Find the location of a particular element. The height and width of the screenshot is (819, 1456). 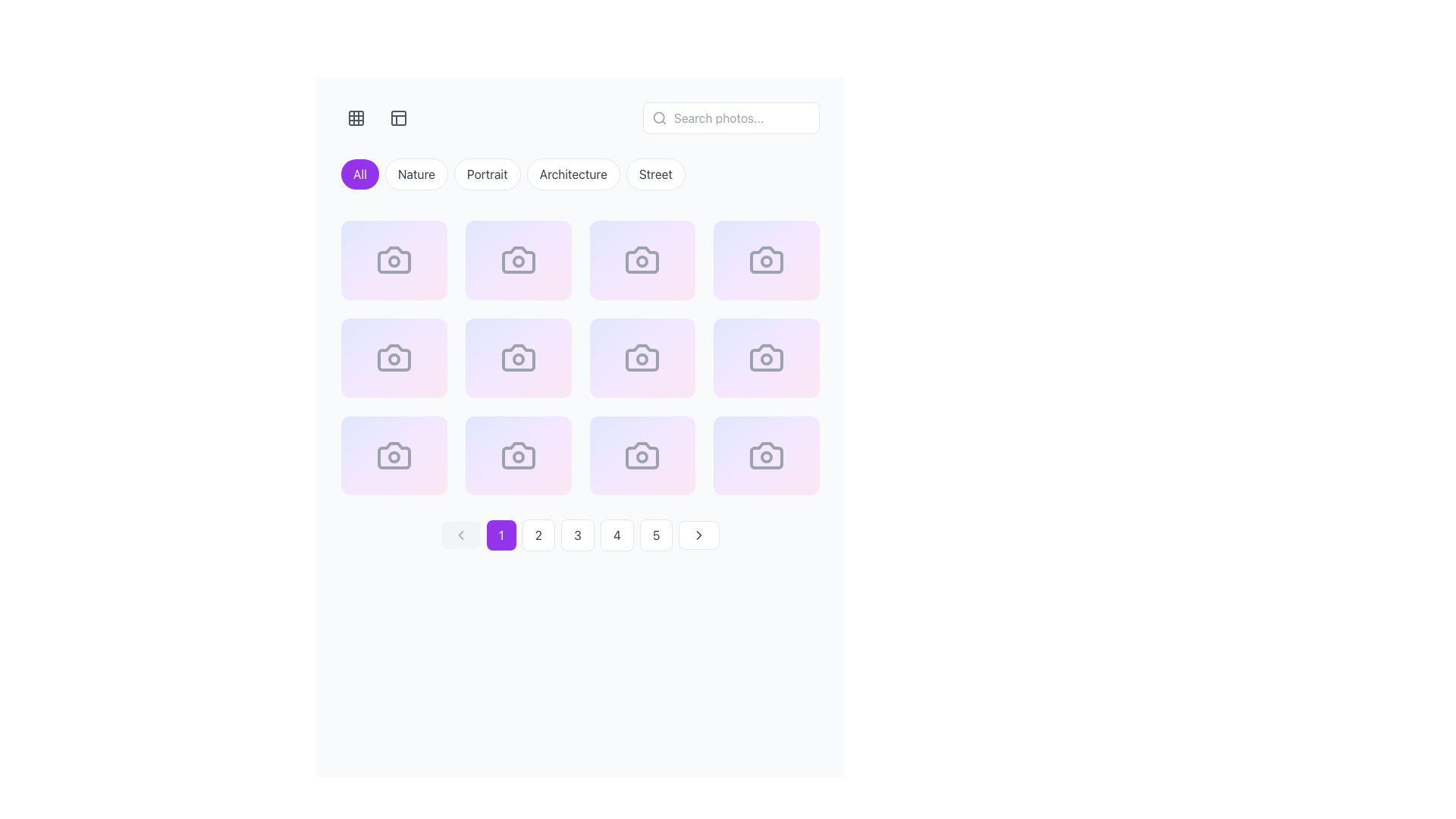

the grid item displaying 'Photograph #11' with a camera icon is located at coordinates (642, 455).